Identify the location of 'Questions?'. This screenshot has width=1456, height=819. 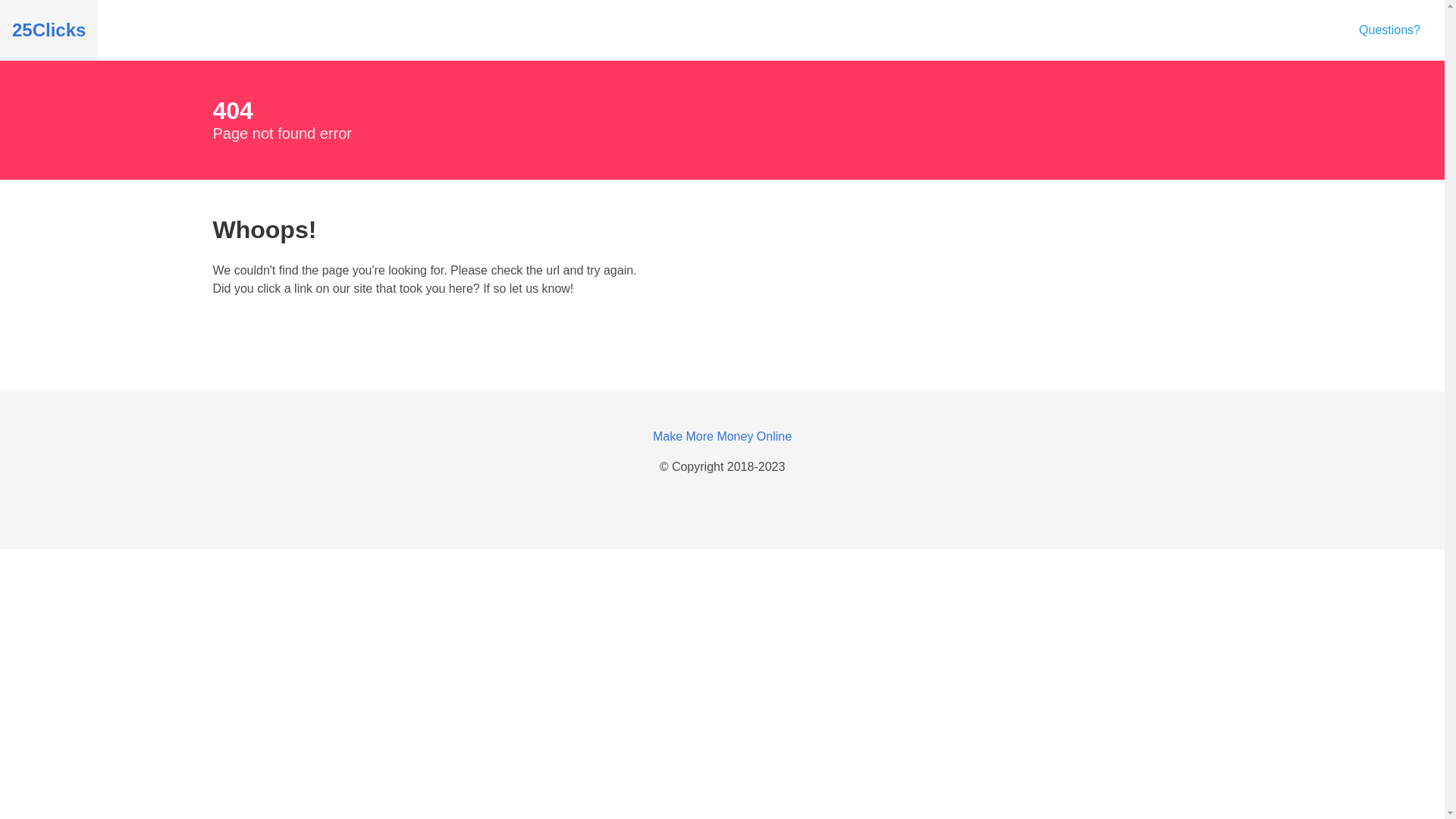
(1389, 30).